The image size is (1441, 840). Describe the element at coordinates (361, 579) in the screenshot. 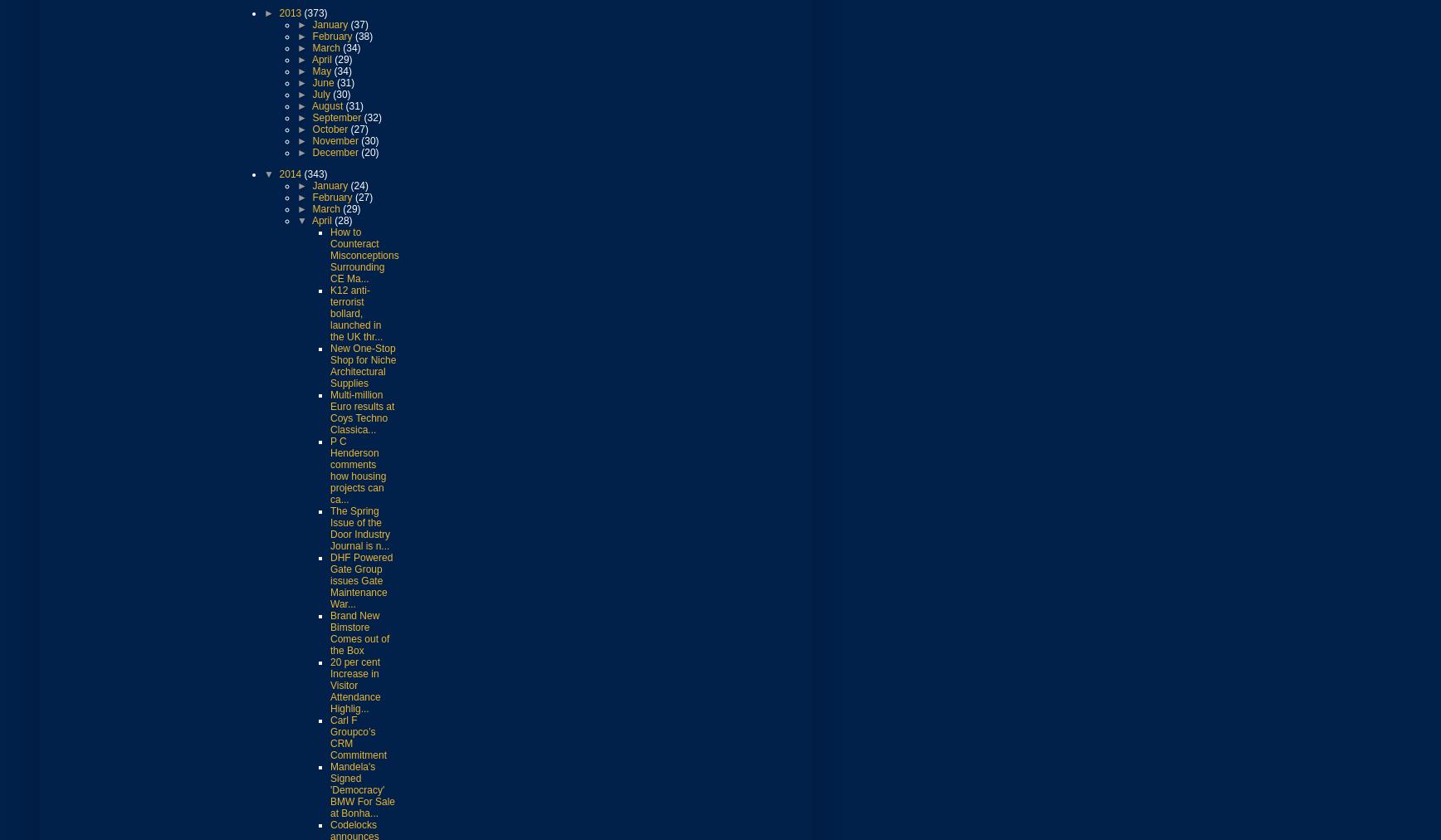

I see `'DHF Powered Gate Group issues Gate Maintenance War...'` at that location.